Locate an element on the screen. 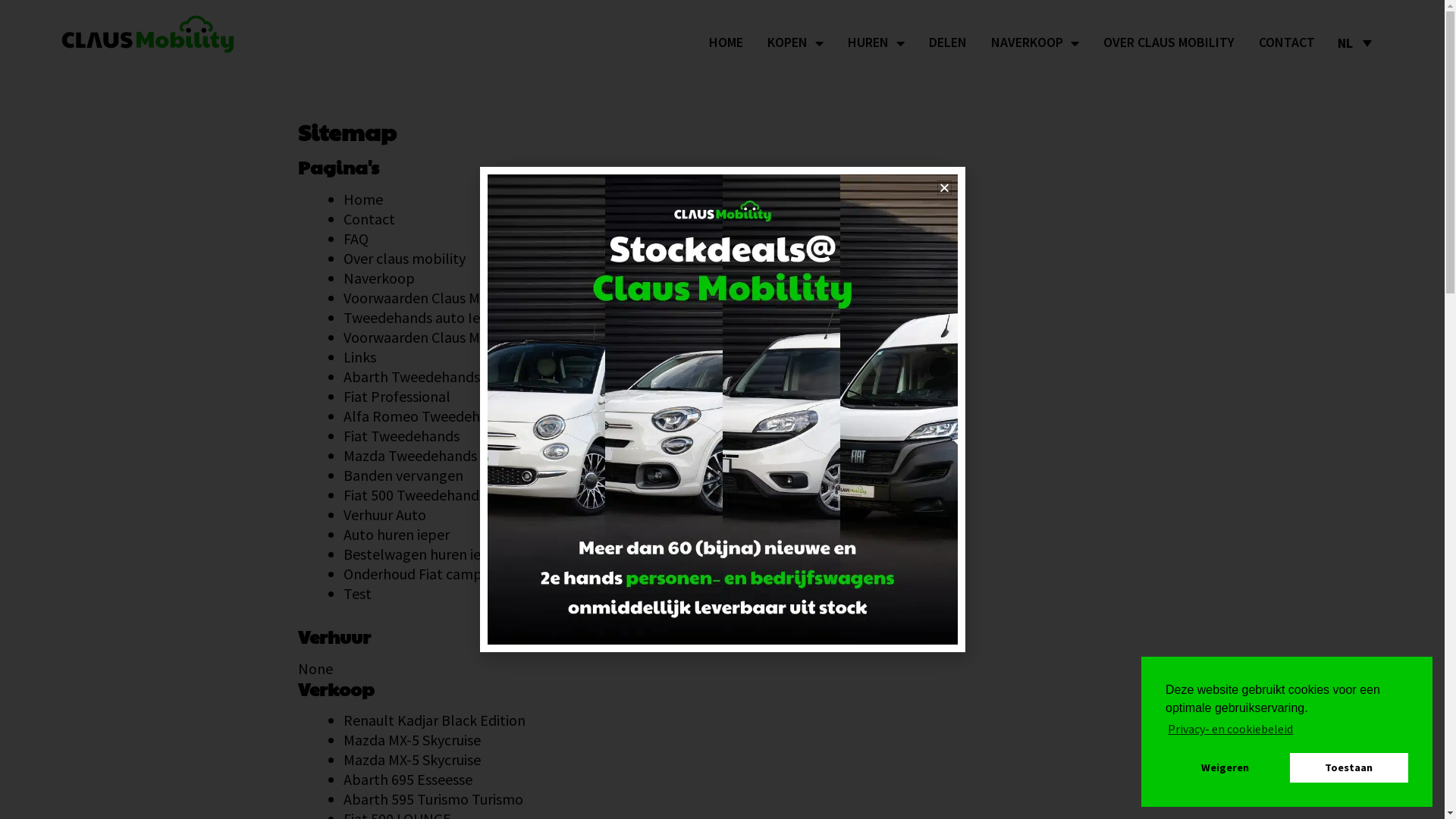 This screenshot has width=1456, height=819. 'Fiat Professional' is located at coordinates (396, 395).